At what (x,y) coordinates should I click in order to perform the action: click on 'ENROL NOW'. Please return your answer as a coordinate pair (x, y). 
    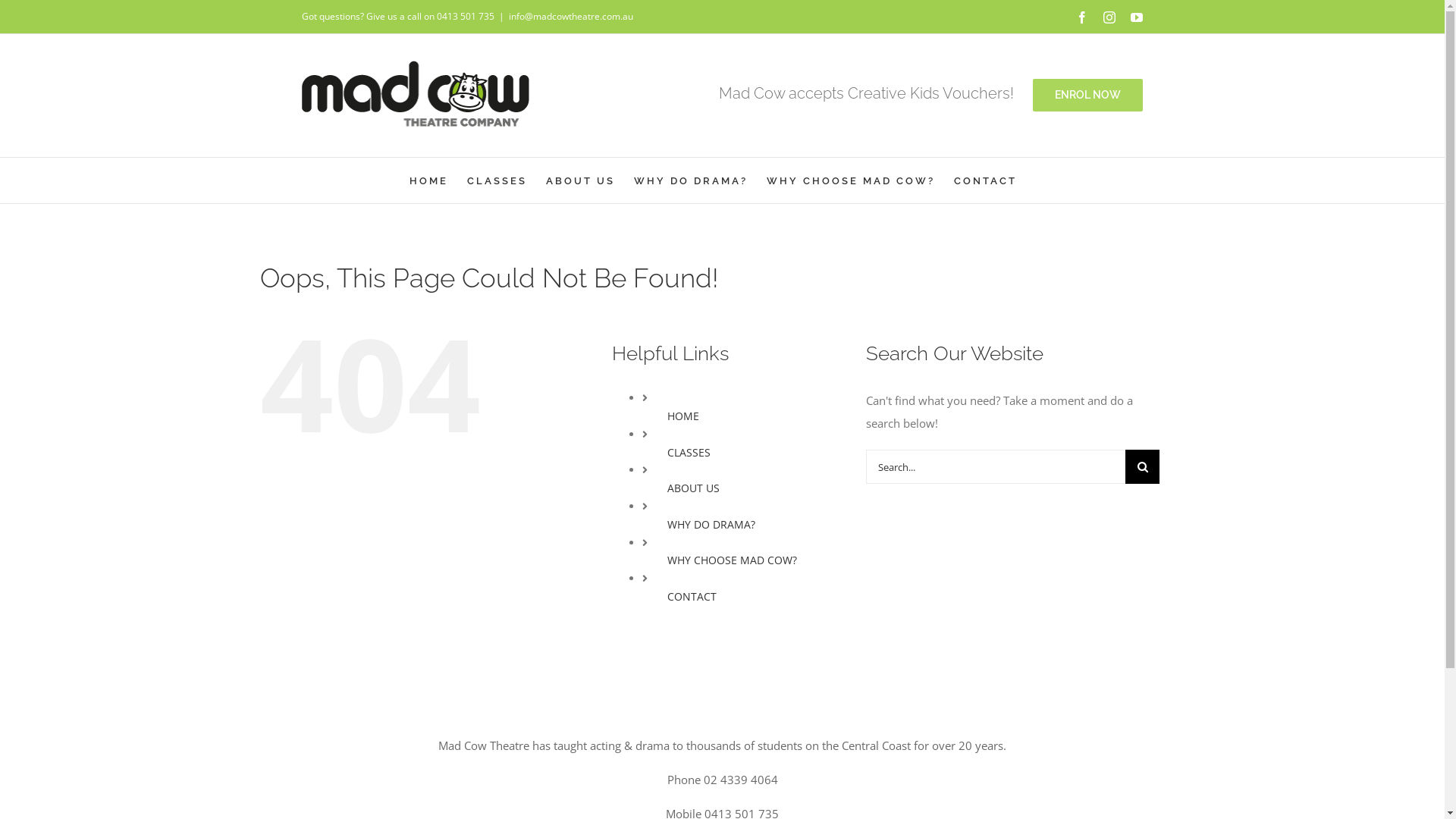
    Looking at the image, I should click on (1032, 95).